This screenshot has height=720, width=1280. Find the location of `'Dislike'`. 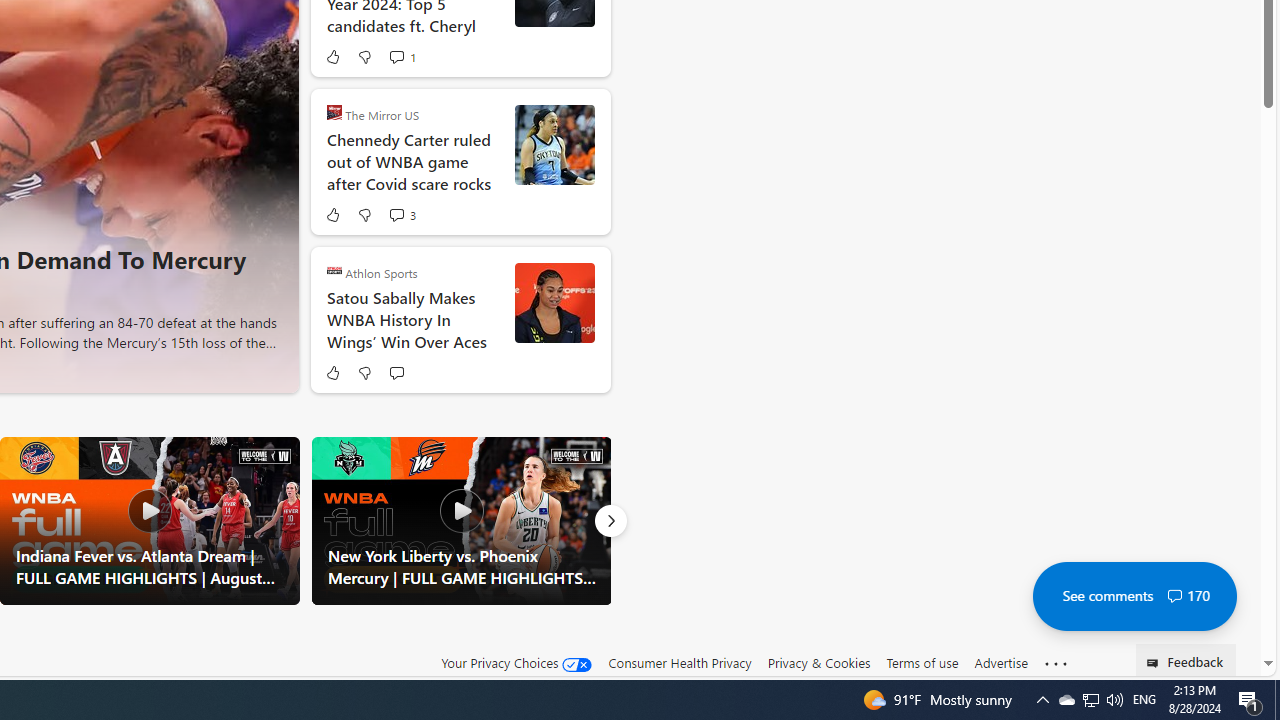

'Dislike' is located at coordinates (364, 372).